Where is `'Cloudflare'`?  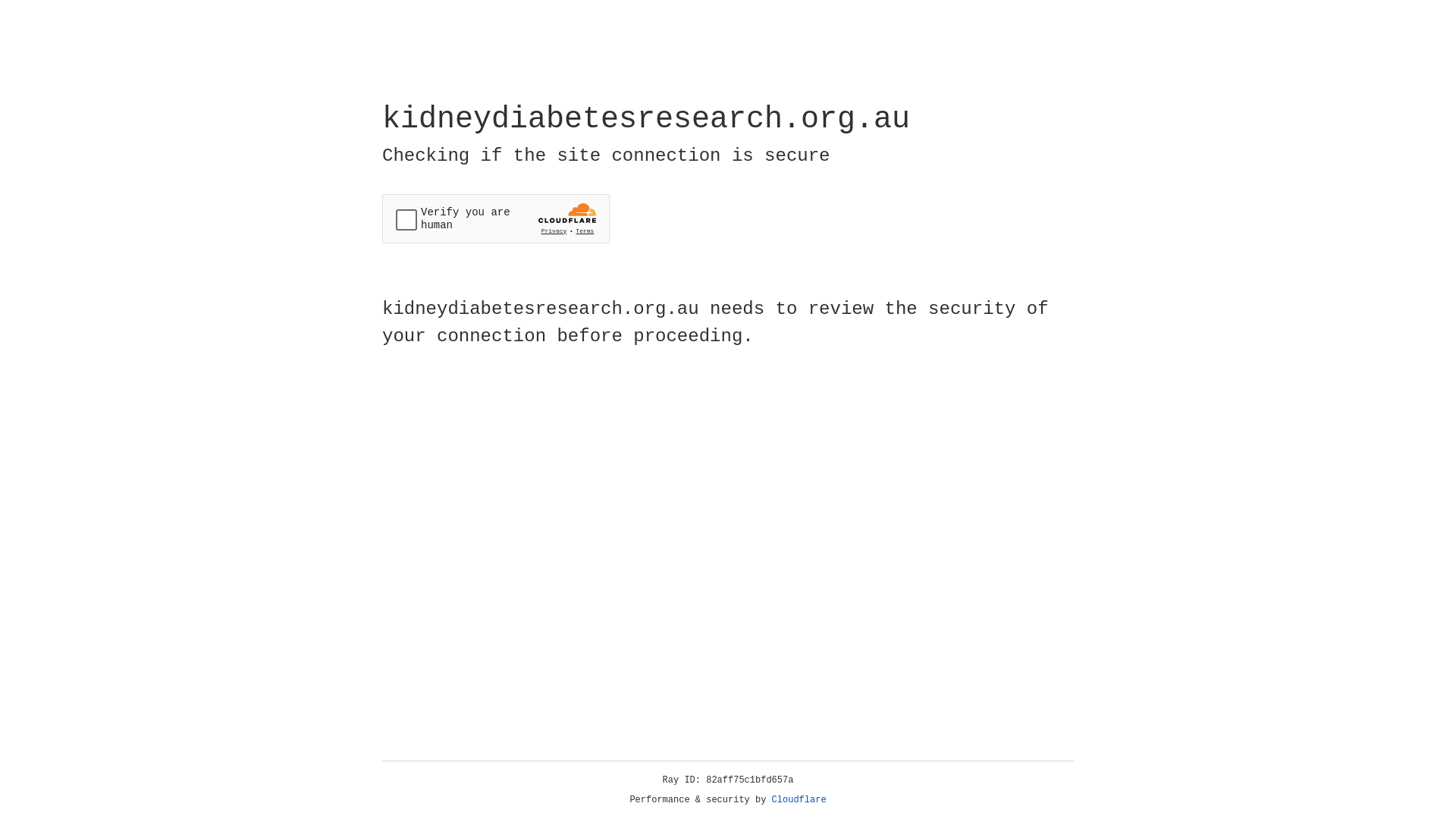 'Cloudflare' is located at coordinates (799, 799).